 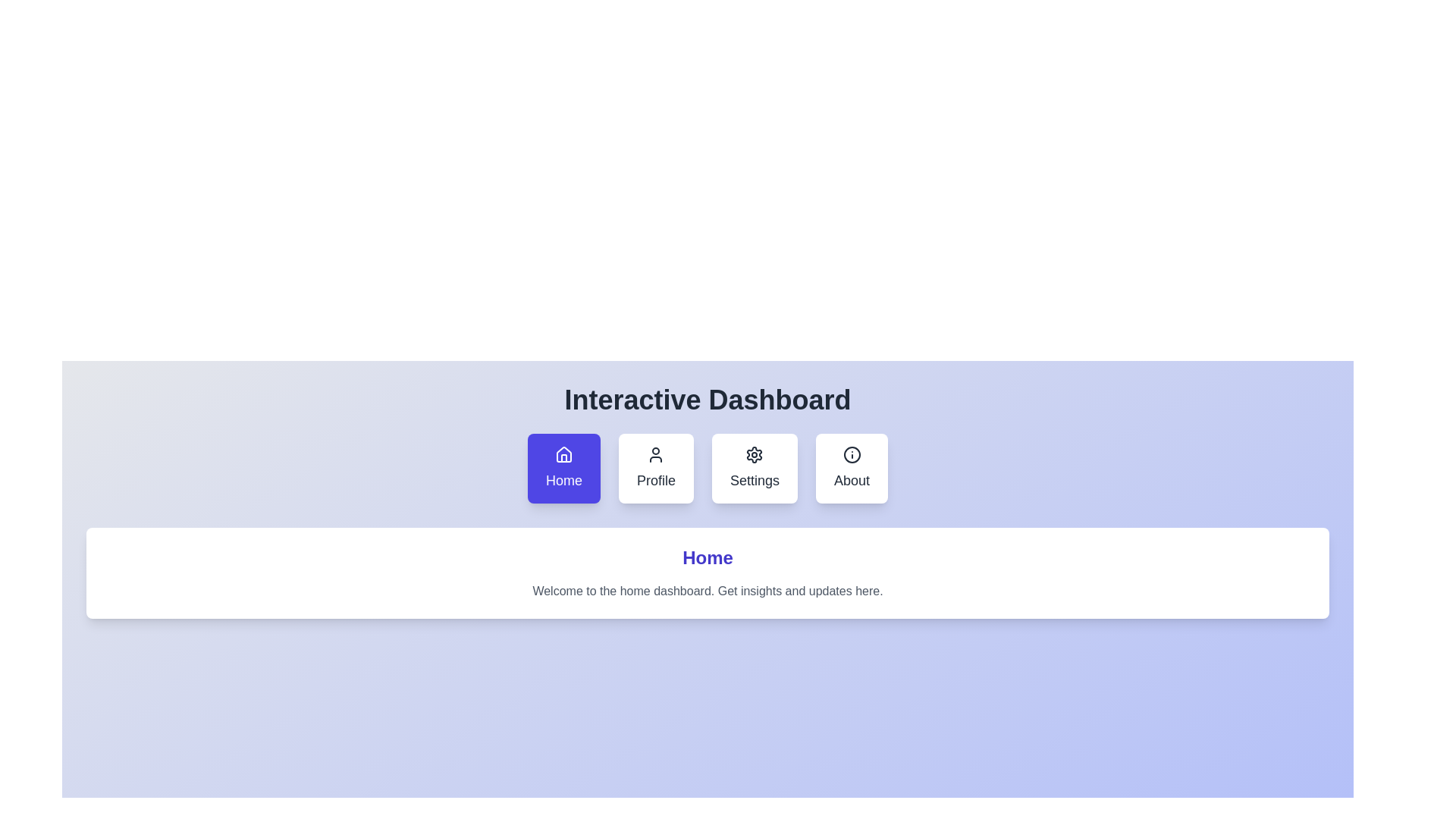 What do you see at coordinates (852, 467) in the screenshot?
I see `the 'About' button located at the bottom-right of the menu bar under the title 'Interactive Dashboard'` at bounding box center [852, 467].